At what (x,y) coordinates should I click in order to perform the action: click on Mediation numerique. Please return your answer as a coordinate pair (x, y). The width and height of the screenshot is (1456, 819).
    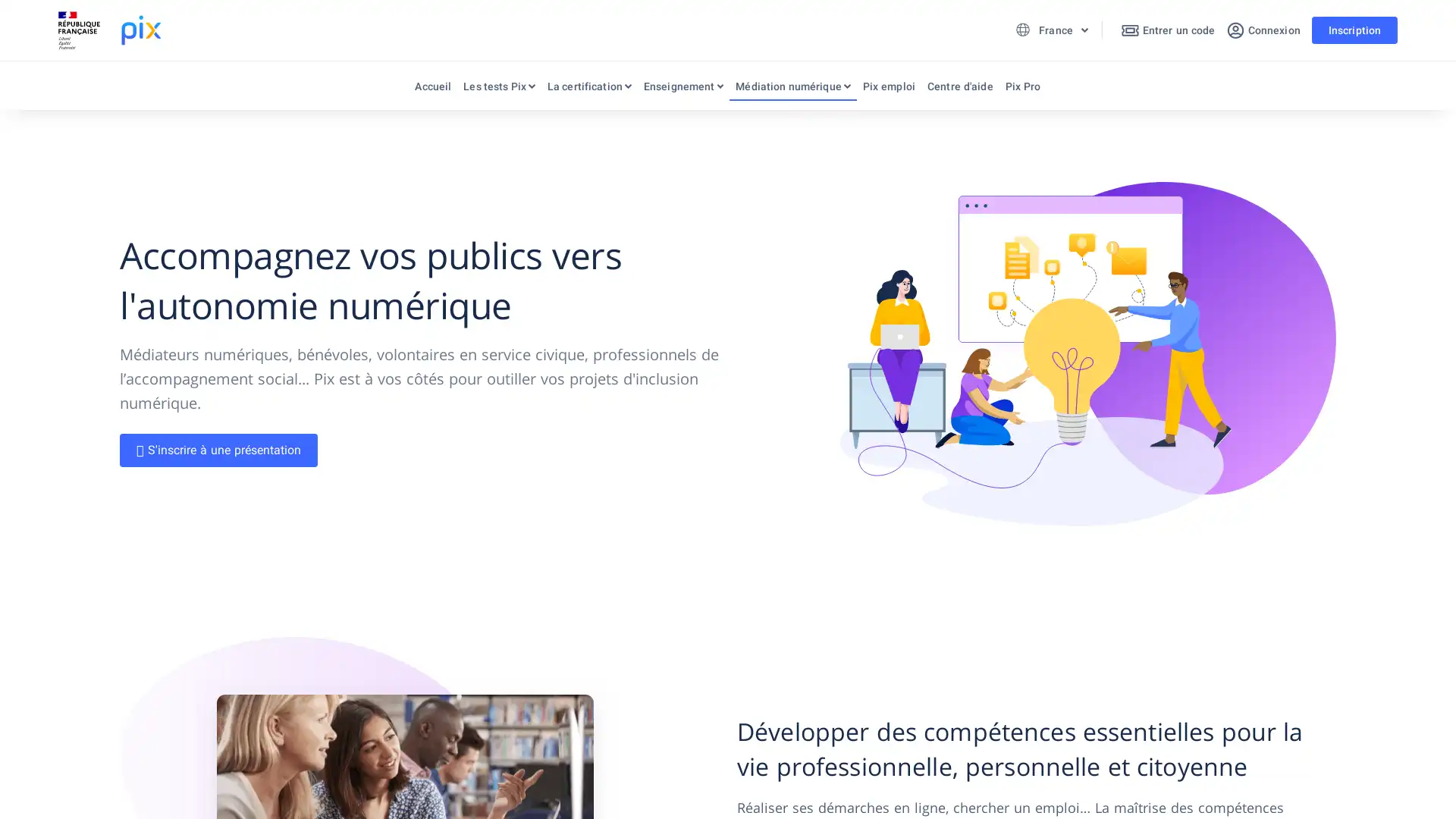
    Looking at the image, I should click on (792, 89).